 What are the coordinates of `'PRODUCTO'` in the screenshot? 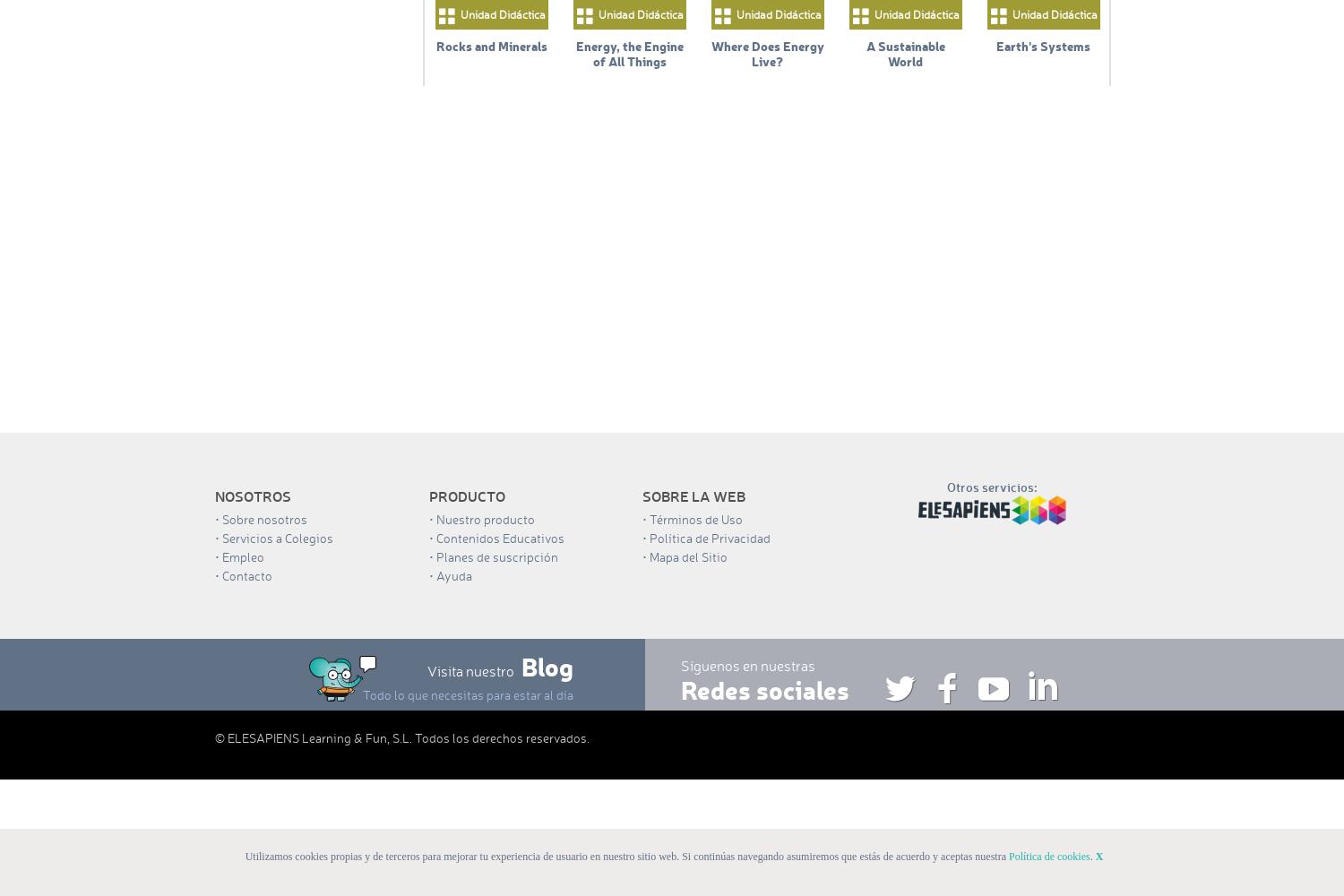 It's located at (466, 495).